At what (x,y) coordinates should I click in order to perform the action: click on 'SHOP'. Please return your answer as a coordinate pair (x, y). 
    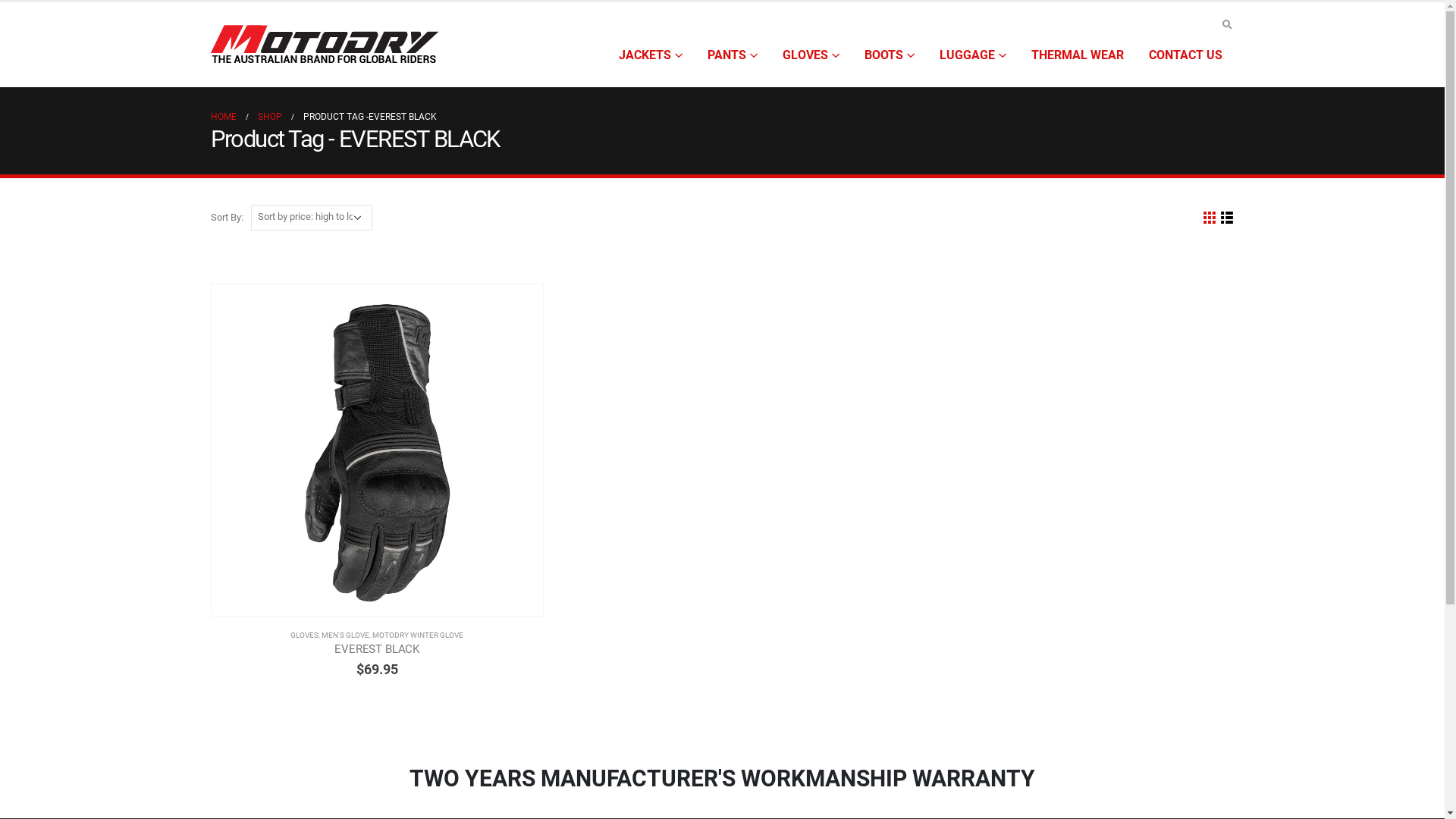
    Looking at the image, I should click on (269, 116).